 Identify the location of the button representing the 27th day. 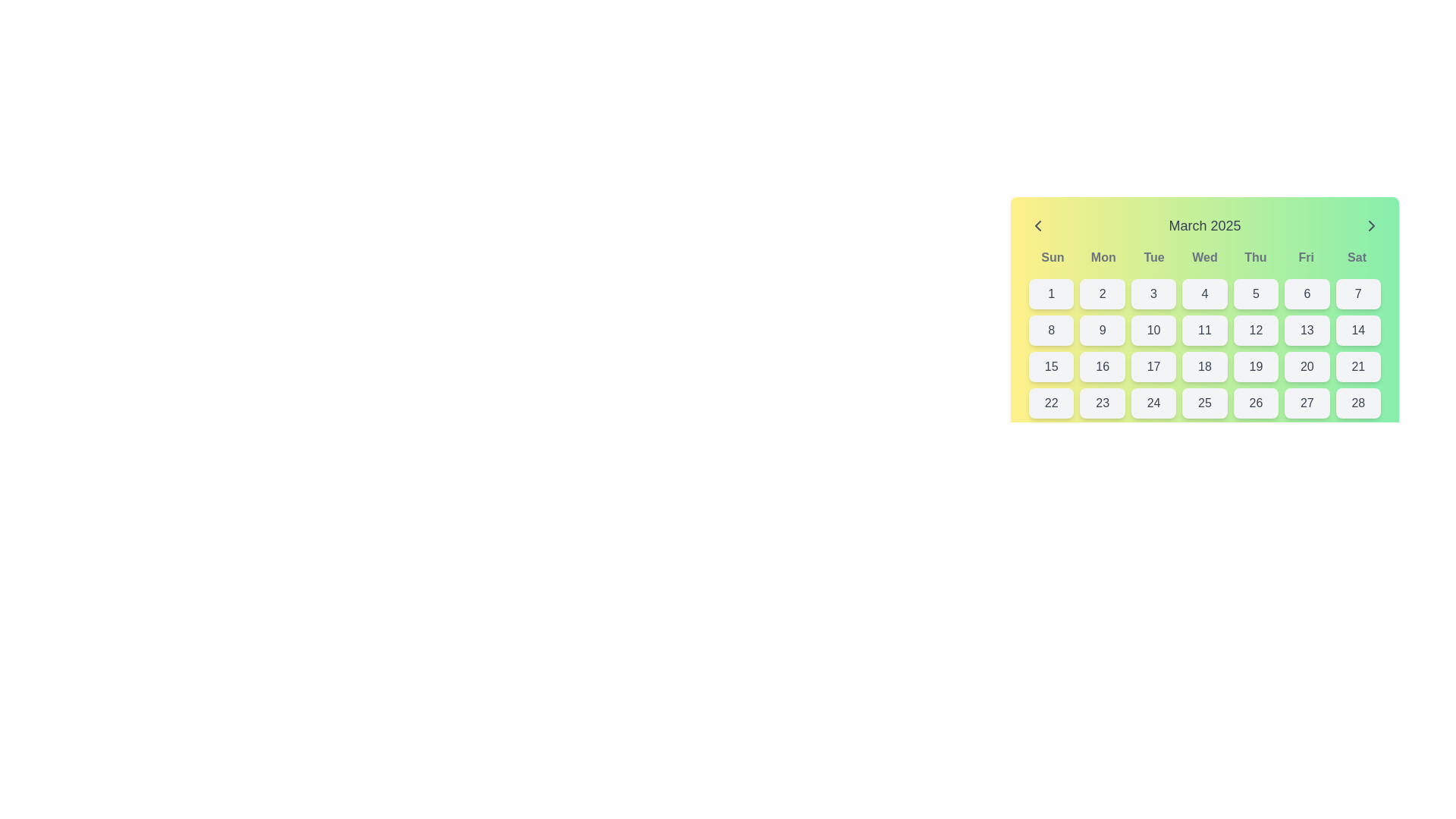
(1306, 403).